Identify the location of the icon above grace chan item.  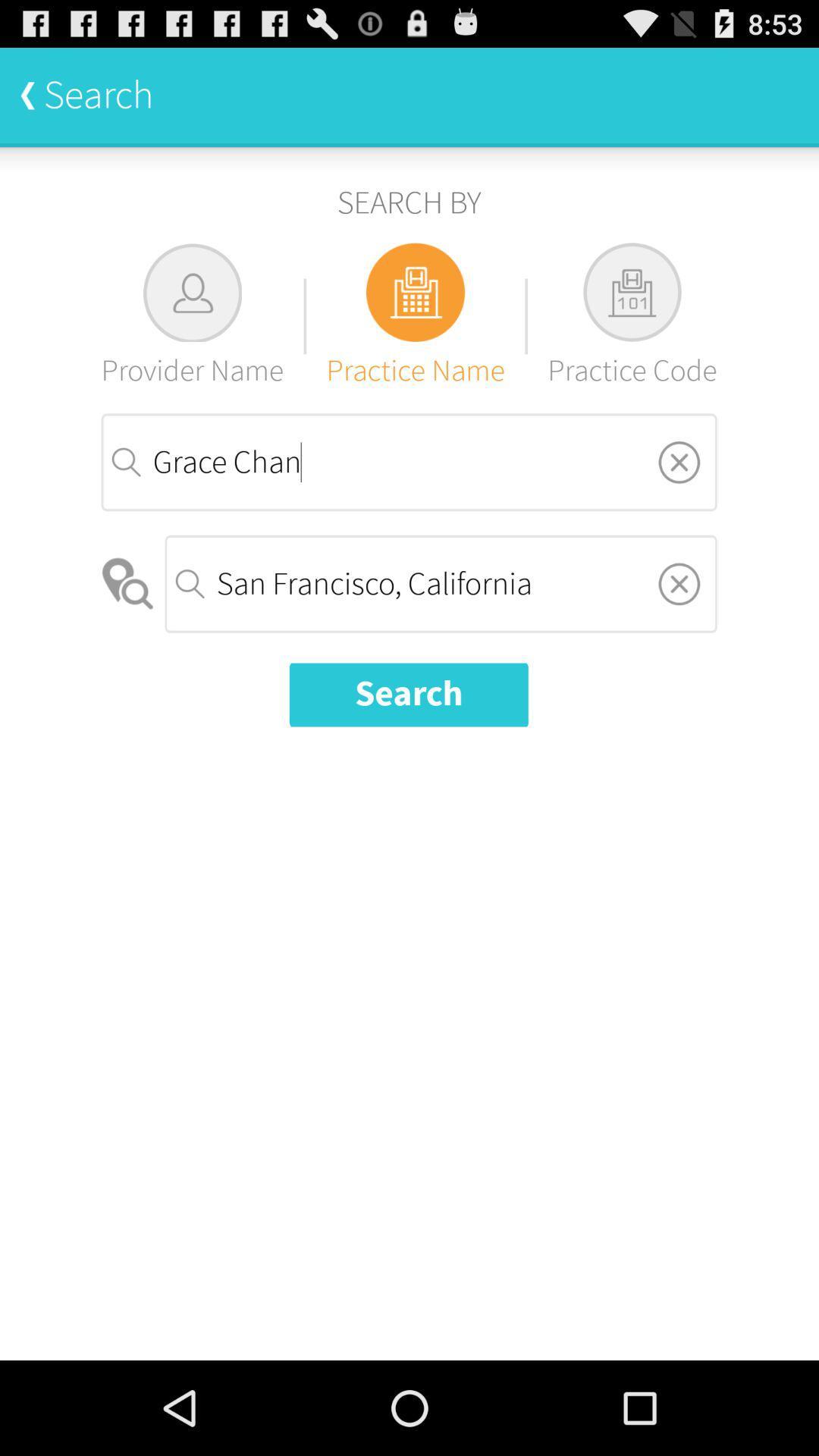
(416, 315).